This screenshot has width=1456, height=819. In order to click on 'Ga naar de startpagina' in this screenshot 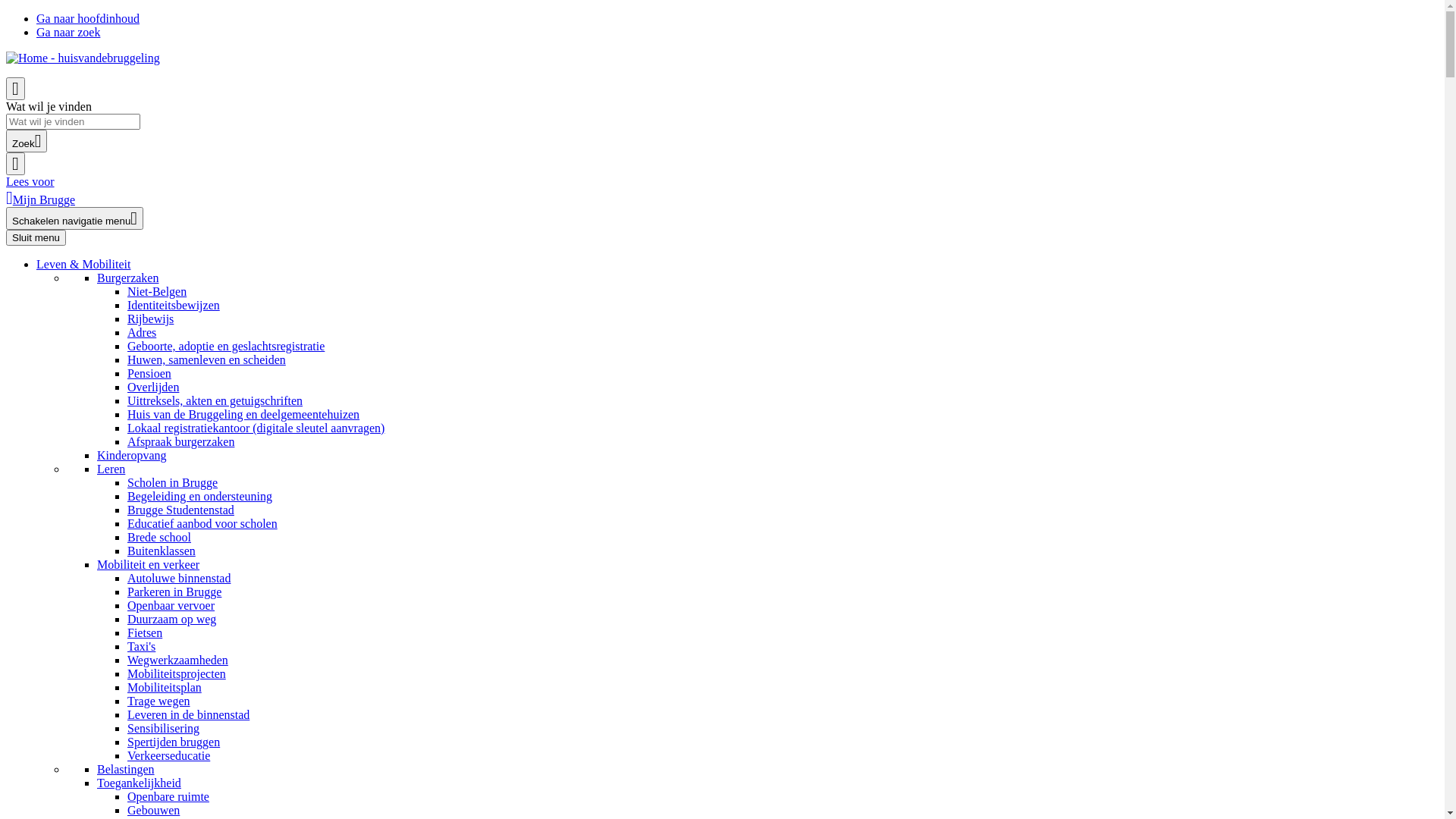, I will do `click(82, 57)`.